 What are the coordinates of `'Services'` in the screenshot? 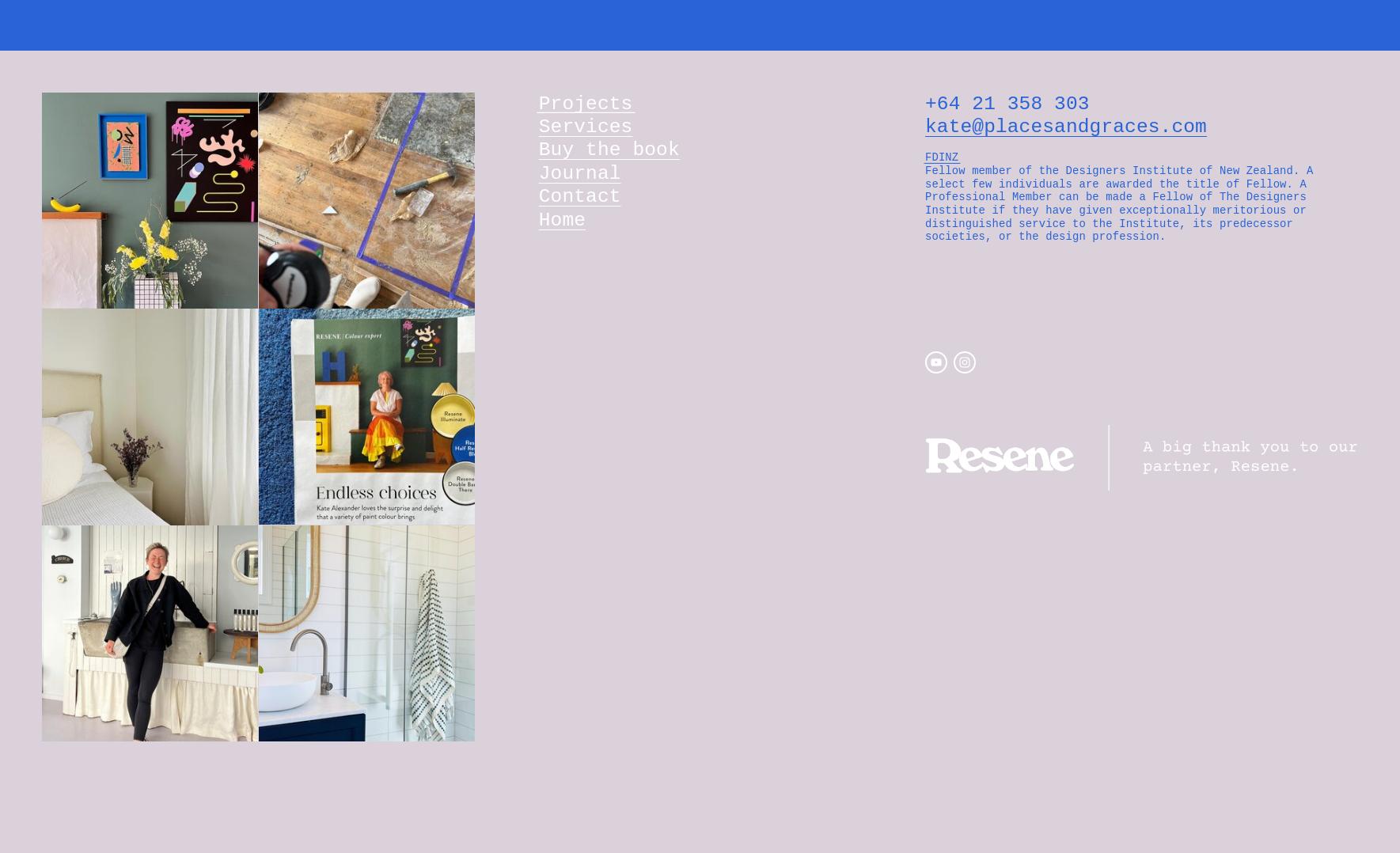 It's located at (584, 126).